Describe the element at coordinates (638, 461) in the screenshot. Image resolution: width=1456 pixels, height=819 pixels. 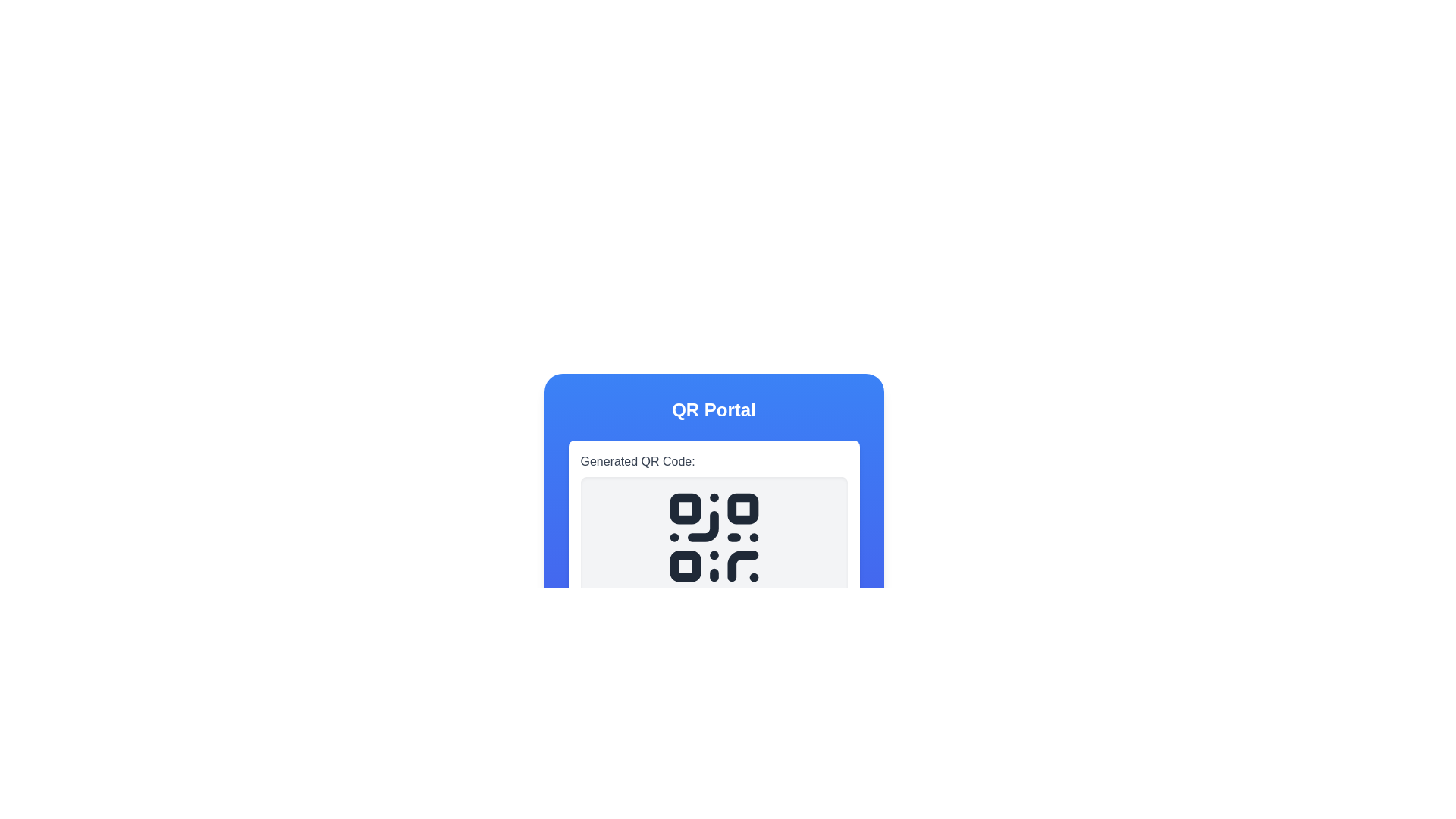
I see `the label displaying 'Generated QR Code:' which is centrally aligned and positioned above the QR code image` at that location.